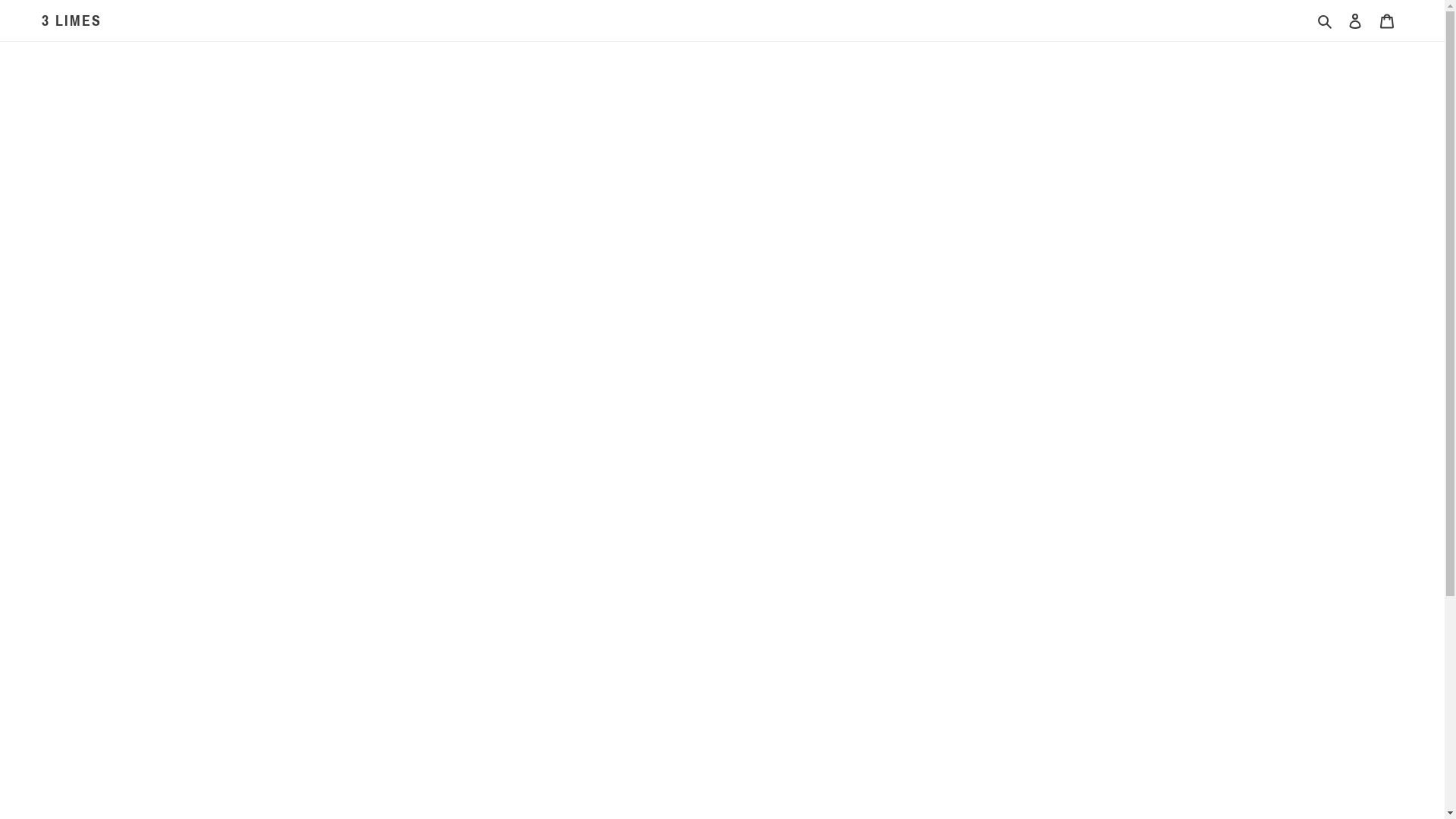 The image size is (1456, 819). What do you see at coordinates (1386, 20) in the screenshot?
I see `'Cart'` at bounding box center [1386, 20].